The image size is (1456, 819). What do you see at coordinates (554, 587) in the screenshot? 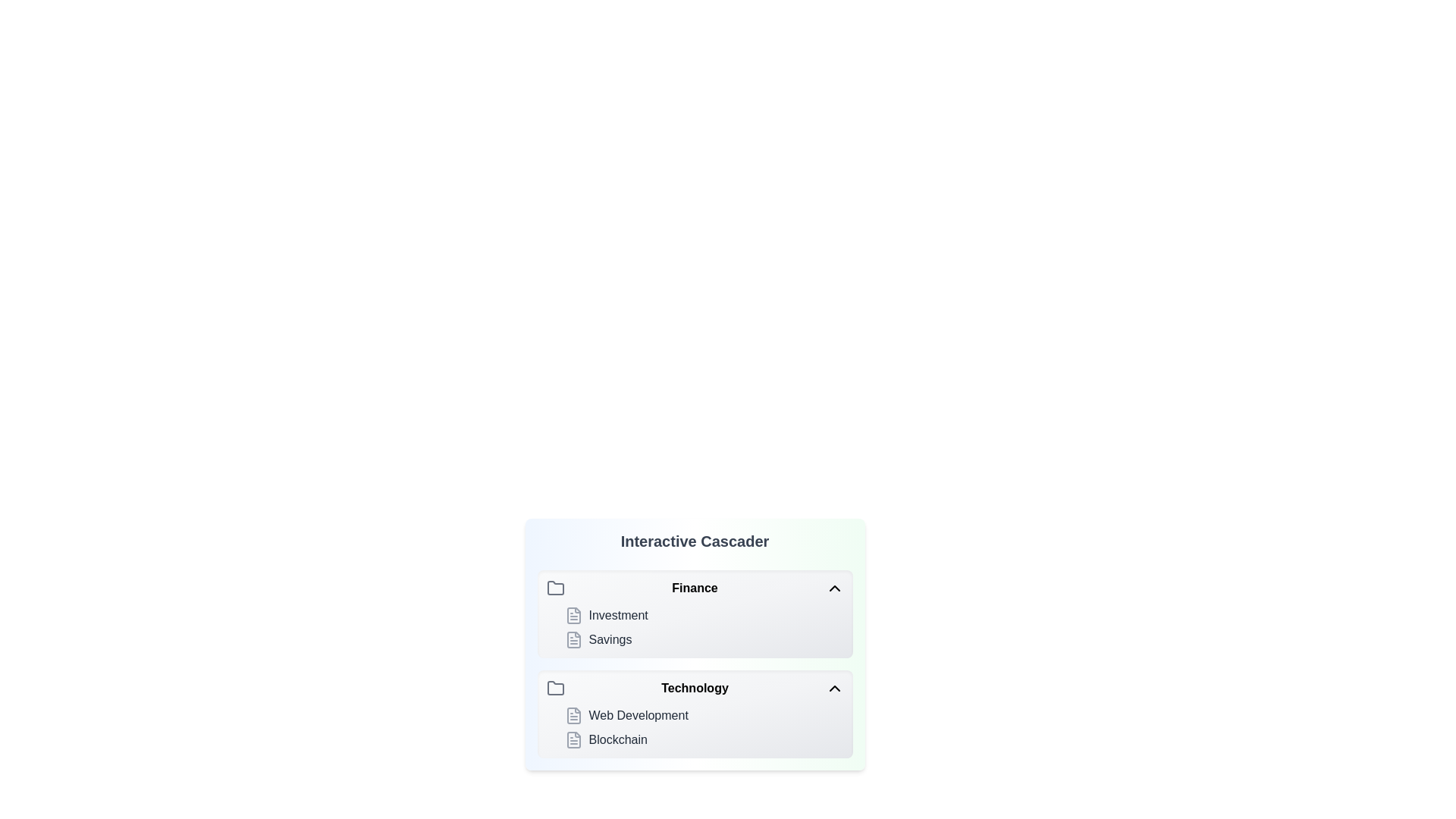
I see `the folder icon representing the 'Finance' category, which is positioned to the far left next to the 'Finance' label` at bounding box center [554, 587].